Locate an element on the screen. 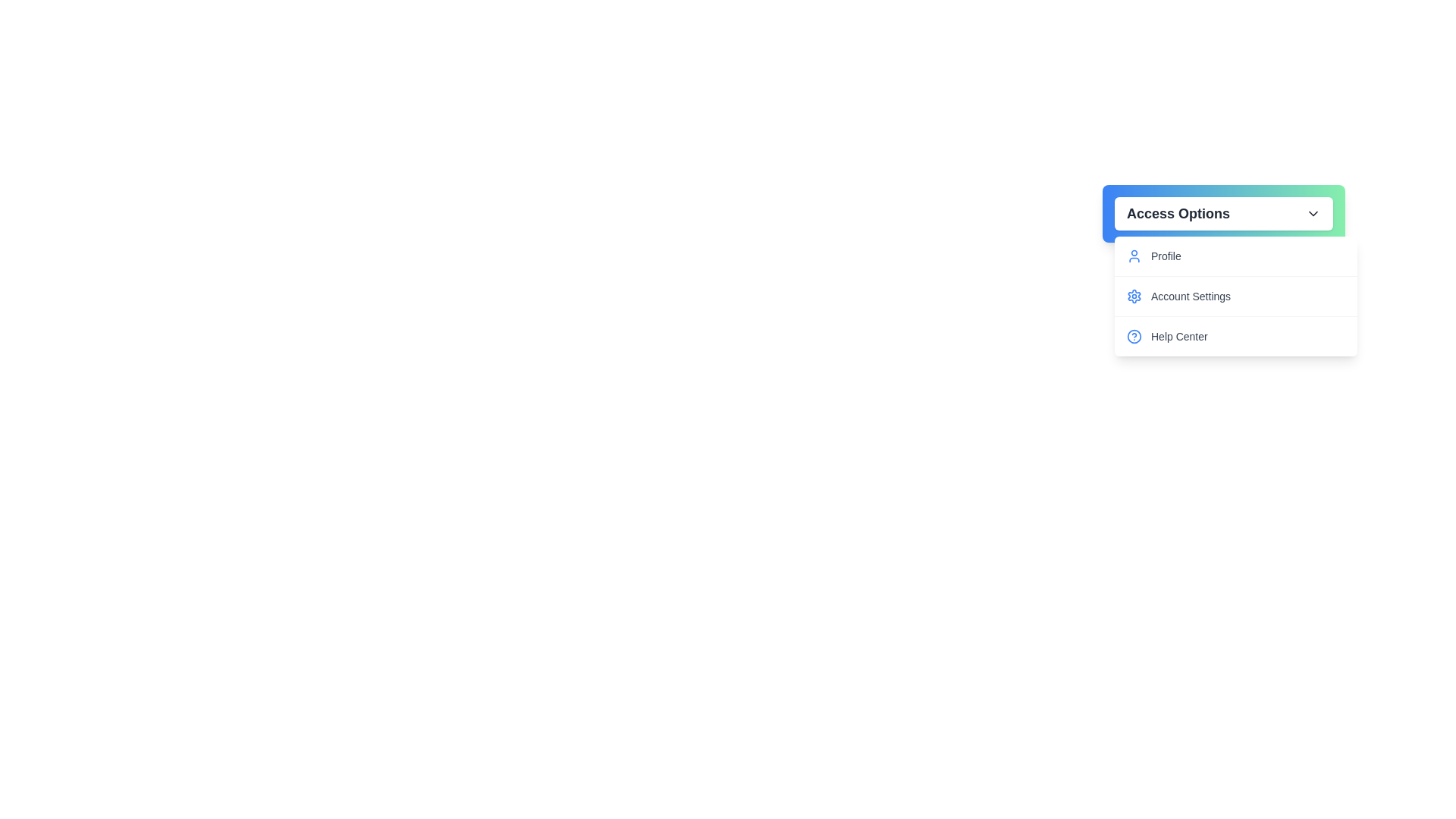  the second item in the dropdown menu, located below 'Profile' and above 'Help Center' is located at coordinates (1236, 296).